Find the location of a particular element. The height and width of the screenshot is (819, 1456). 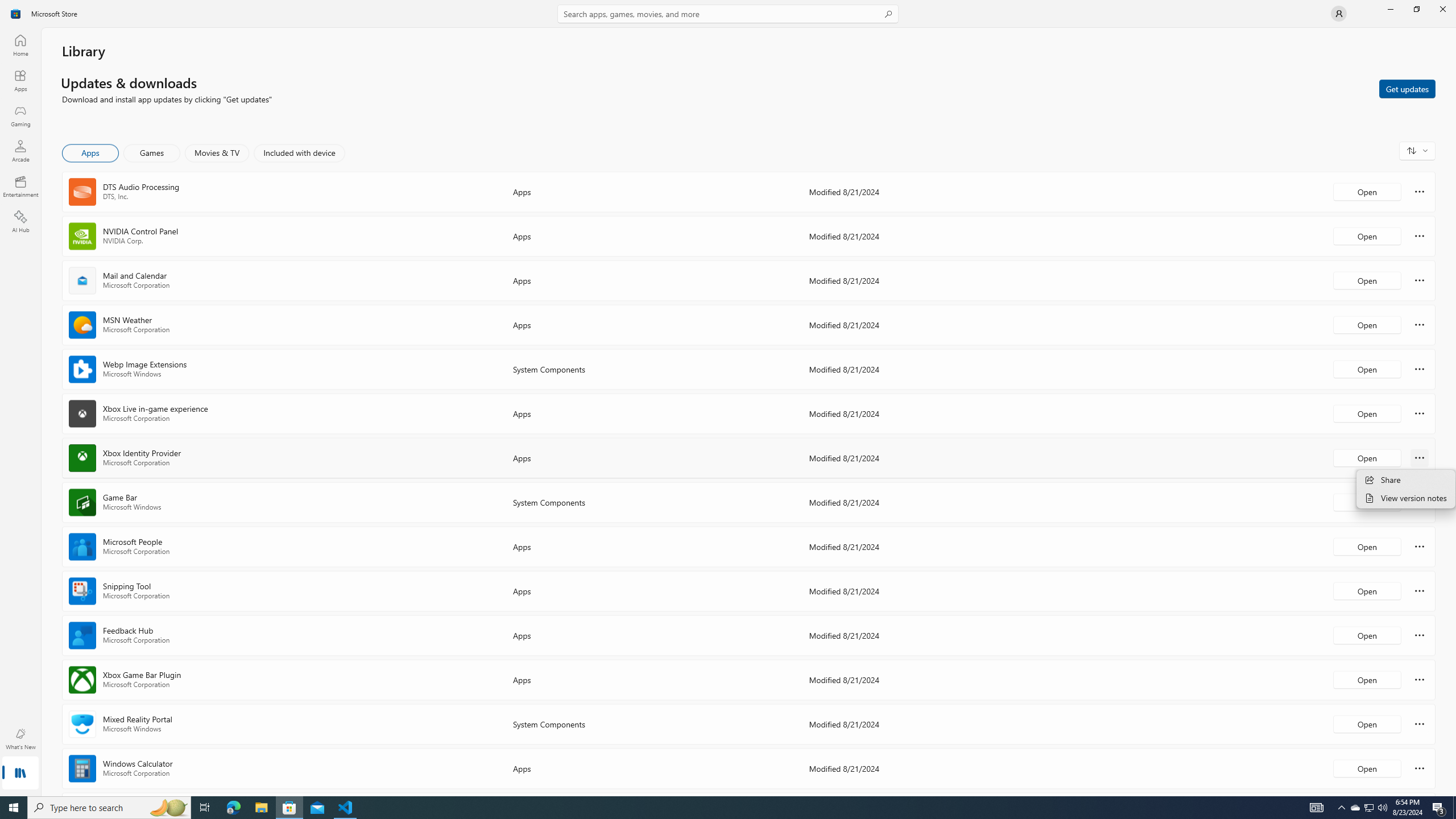

'Minimize Microsoft Store' is located at coordinates (1389, 9).